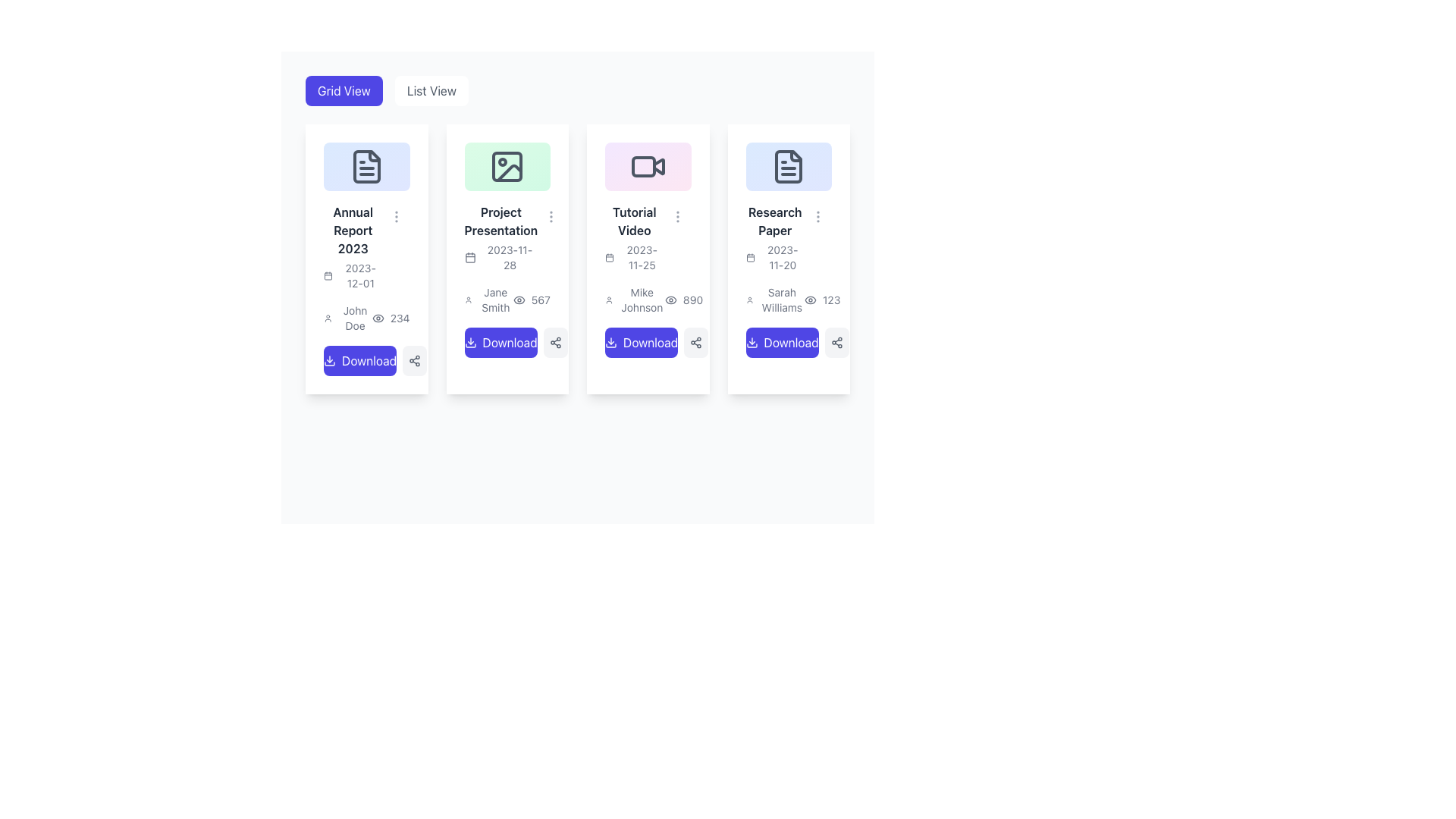 The width and height of the screenshot is (1456, 819). I want to click on the text label 'Mike Johnson' that identifies the user associated with the 'Tutorial Video' card, located at the lower-left section of the card, below the user icon and to the left of the number '890', so click(642, 300).